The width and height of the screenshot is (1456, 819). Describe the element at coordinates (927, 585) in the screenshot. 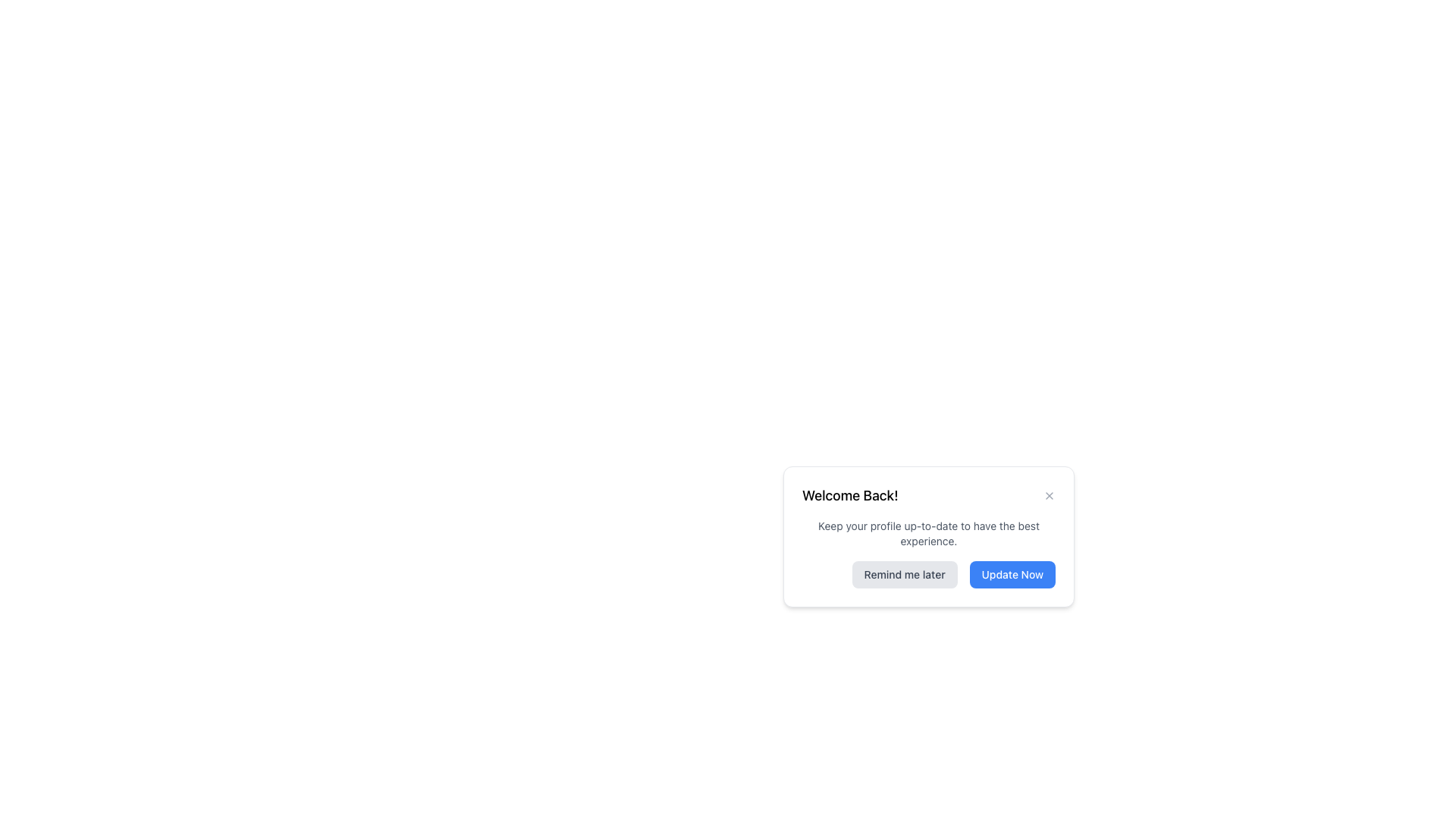

I see `the button located at the bottom left of the modal dialog` at that location.